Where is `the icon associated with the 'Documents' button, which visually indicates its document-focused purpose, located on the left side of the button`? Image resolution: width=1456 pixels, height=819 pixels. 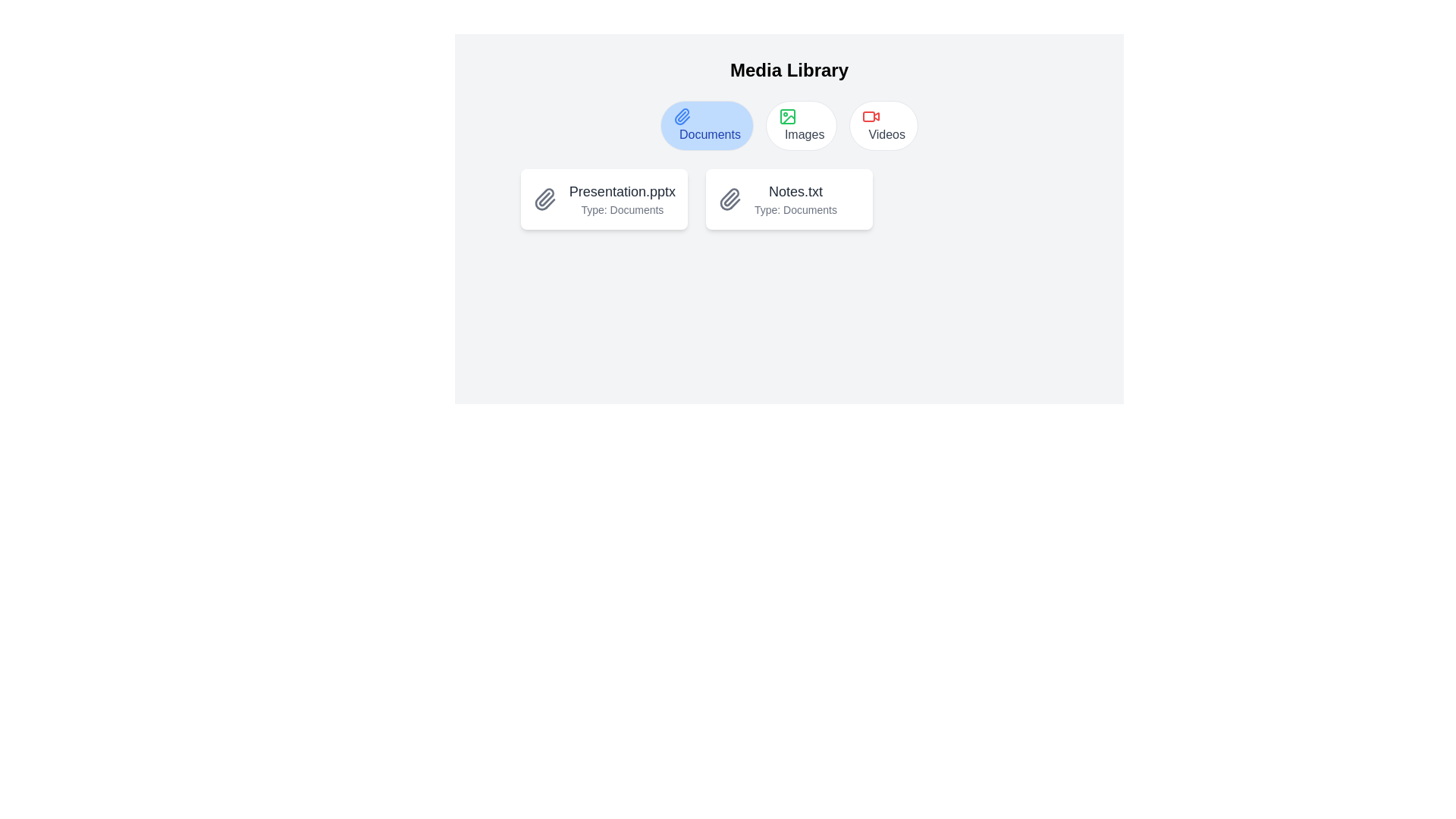 the icon associated with the 'Documents' button, which visually indicates its document-focused purpose, located on the left side of the button is located at coordinates (681, 116).